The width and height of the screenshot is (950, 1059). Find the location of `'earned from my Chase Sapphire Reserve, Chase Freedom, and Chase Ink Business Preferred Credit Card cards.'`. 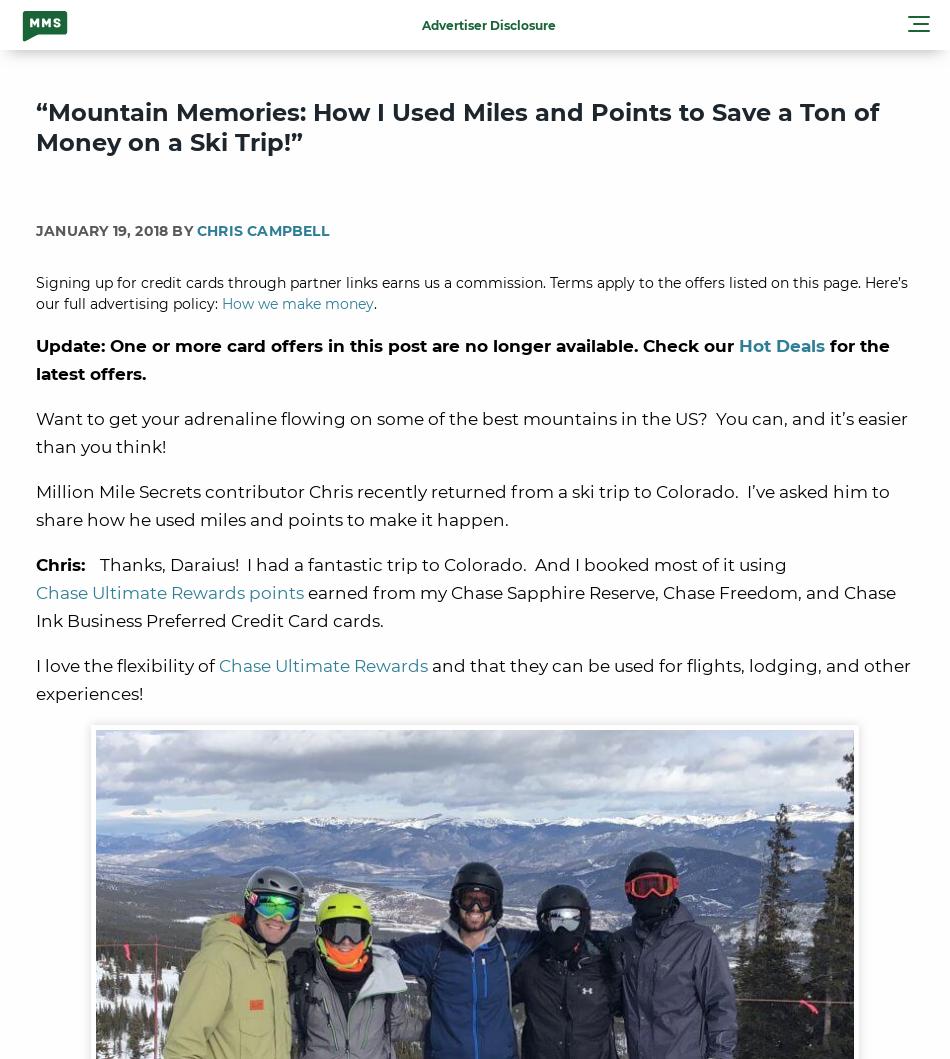

'earned from my Chase Sapphire Reserve, Chase Freedom, and Chase Ink Business Preferred Credit Card cards.' is located at coordinates (36, 606).